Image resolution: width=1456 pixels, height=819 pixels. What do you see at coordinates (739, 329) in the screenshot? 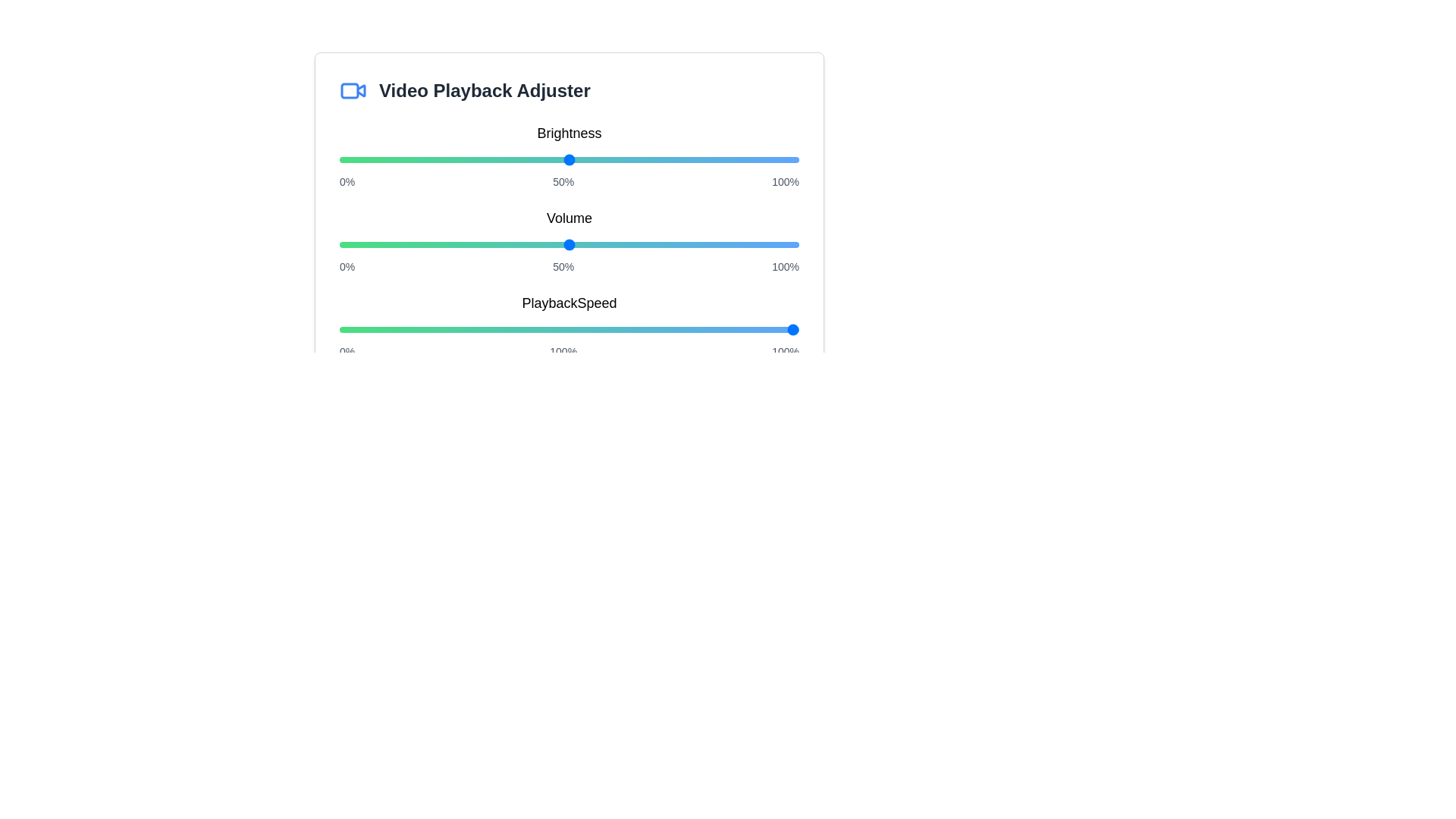
I see `the playback speed slider to 87%` at bounding box center [739, 329].